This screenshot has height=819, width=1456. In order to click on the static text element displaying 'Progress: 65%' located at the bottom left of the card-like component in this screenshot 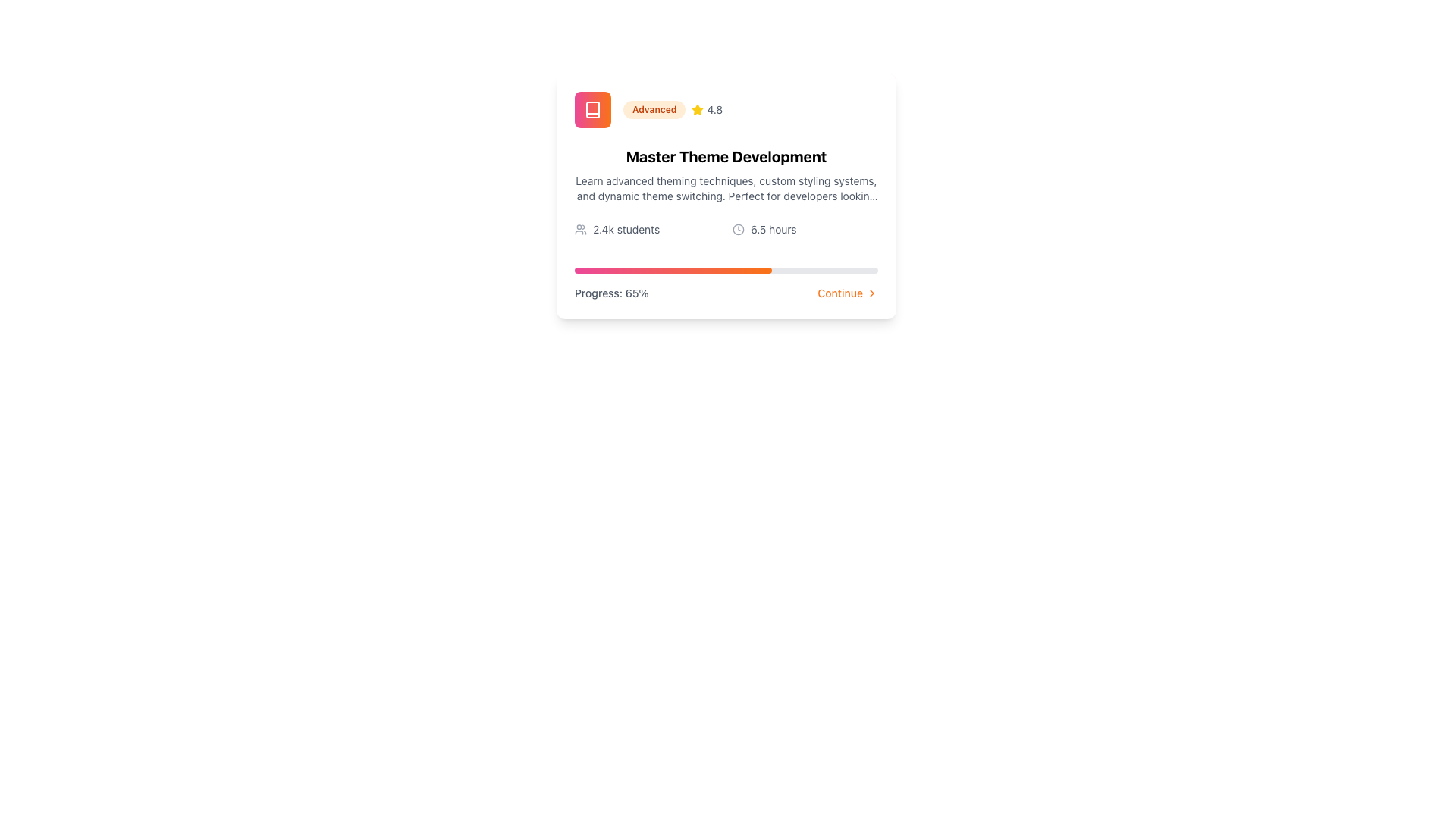, I will do `click(611, 293)`.